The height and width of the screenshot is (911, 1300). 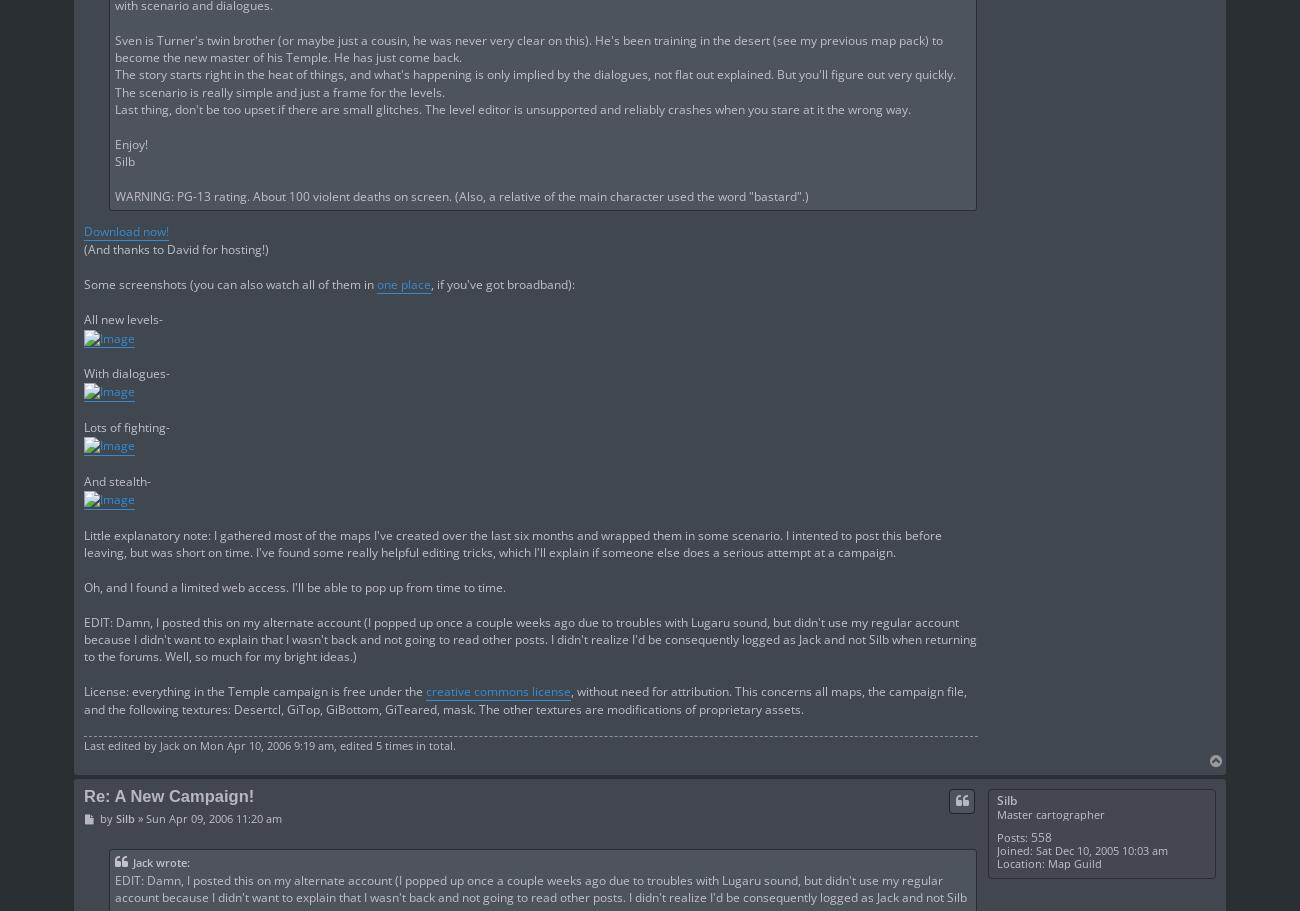 I want to click on 'License: everything in the Temple campaign is free under the', so click(x=254, y=689).